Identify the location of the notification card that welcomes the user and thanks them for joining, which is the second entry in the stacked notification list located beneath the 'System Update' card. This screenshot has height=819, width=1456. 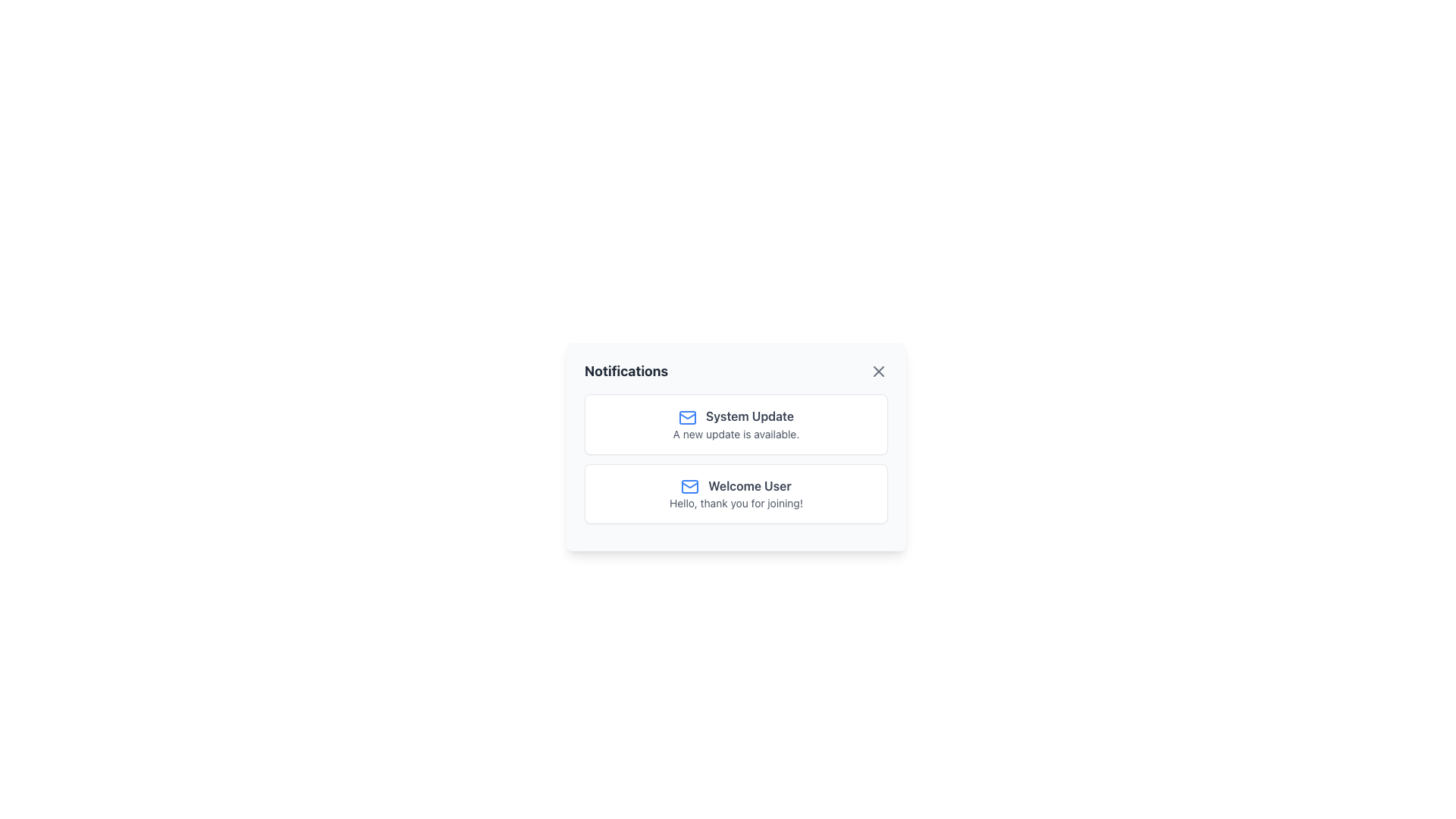
(736, 494).